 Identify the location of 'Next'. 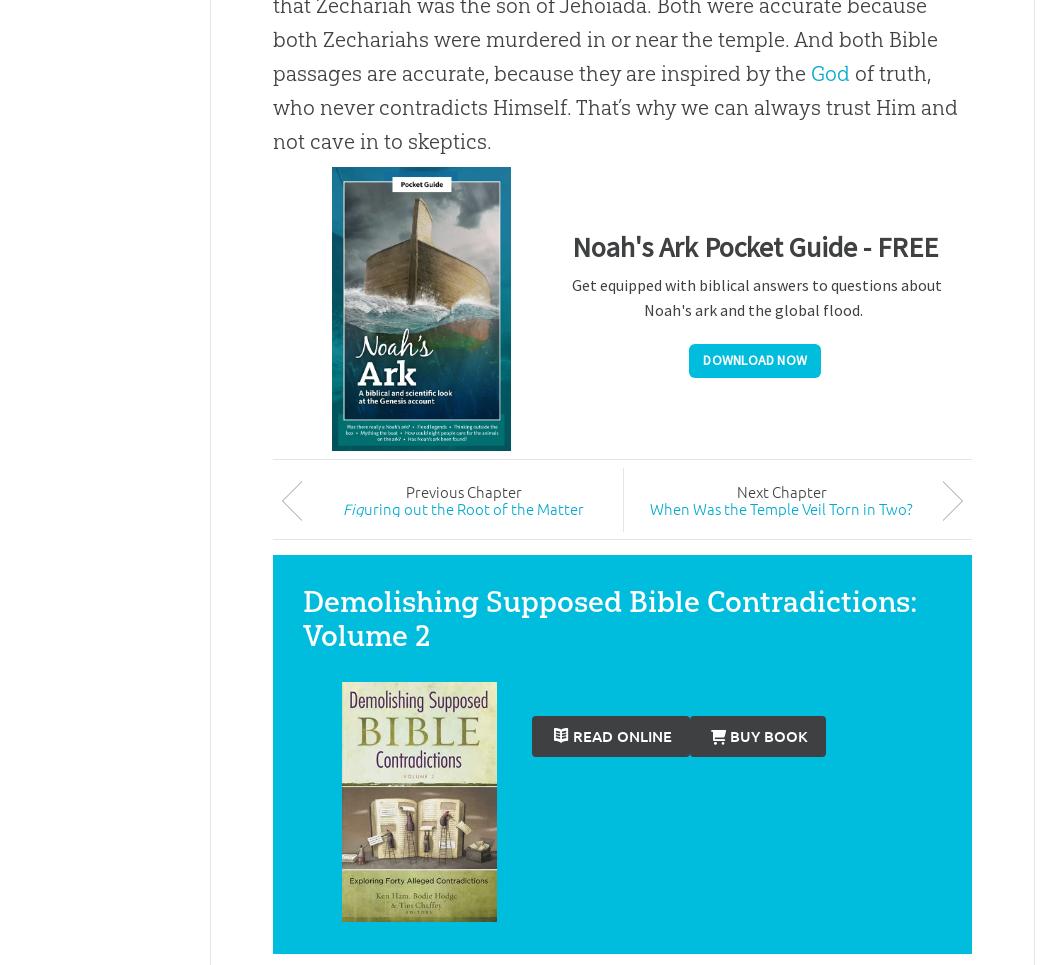
(735, 490).